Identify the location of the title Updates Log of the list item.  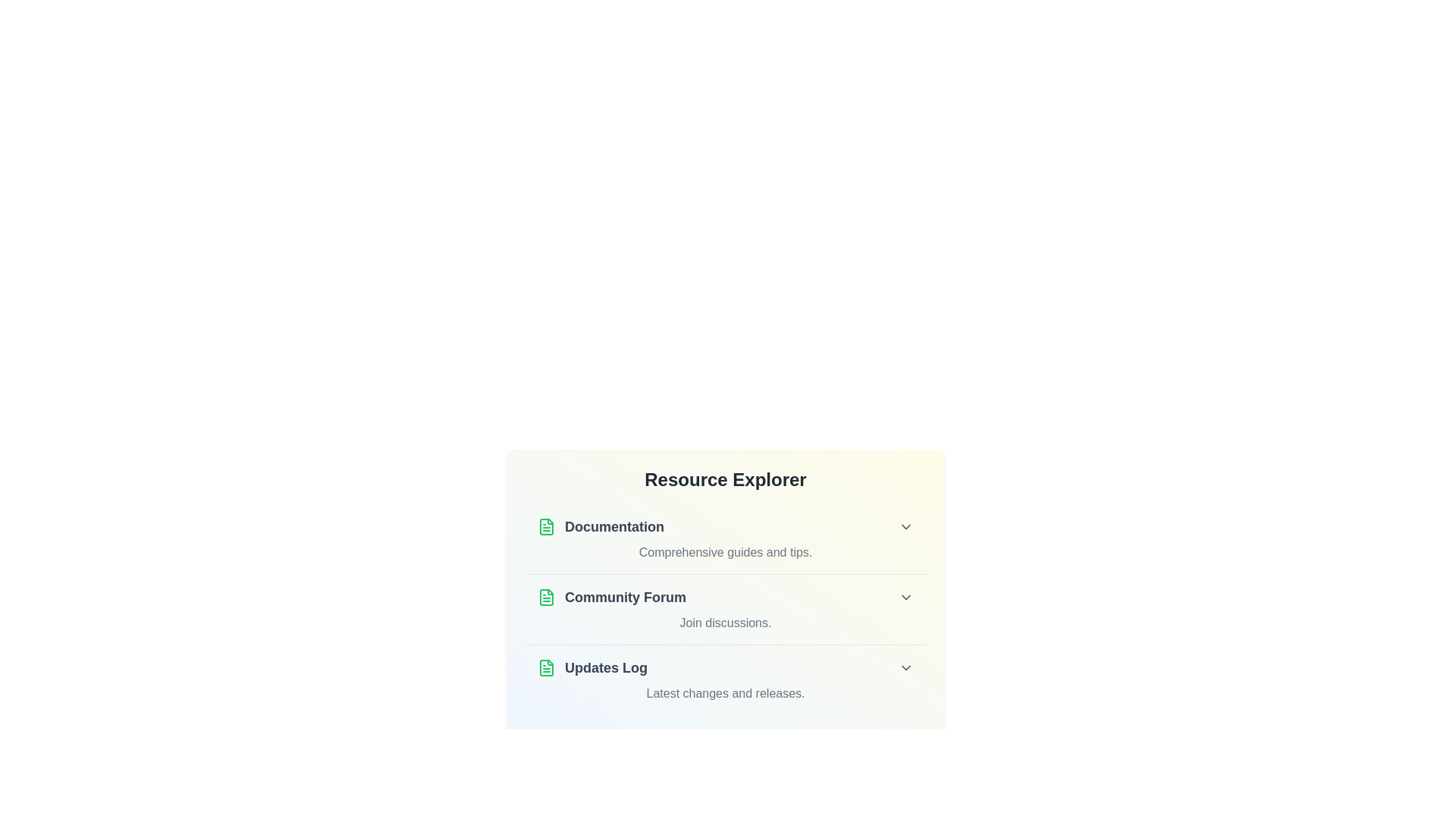
(724, 667).